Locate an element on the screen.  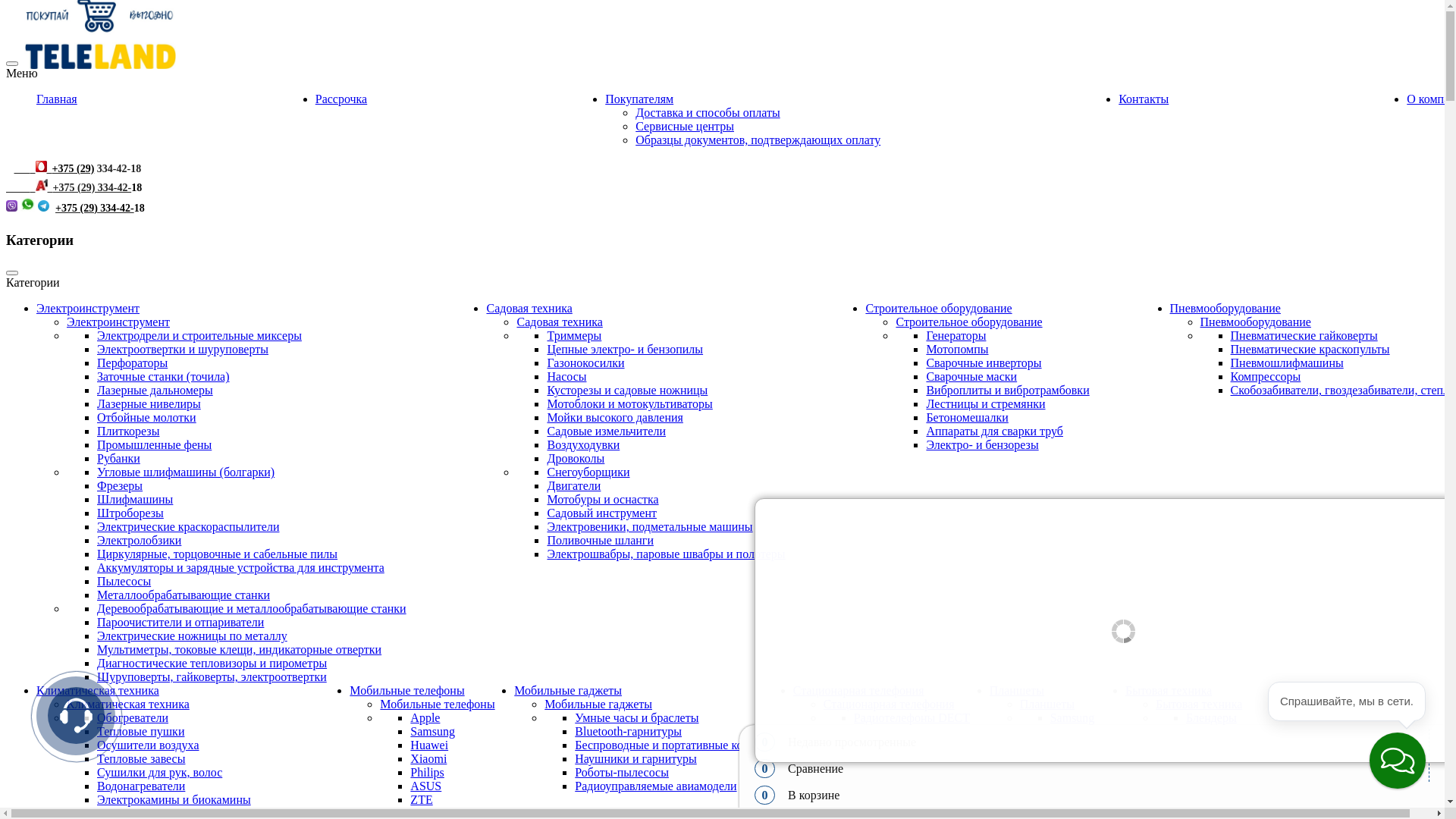
'Apple' is located at coordinates (425, 717).